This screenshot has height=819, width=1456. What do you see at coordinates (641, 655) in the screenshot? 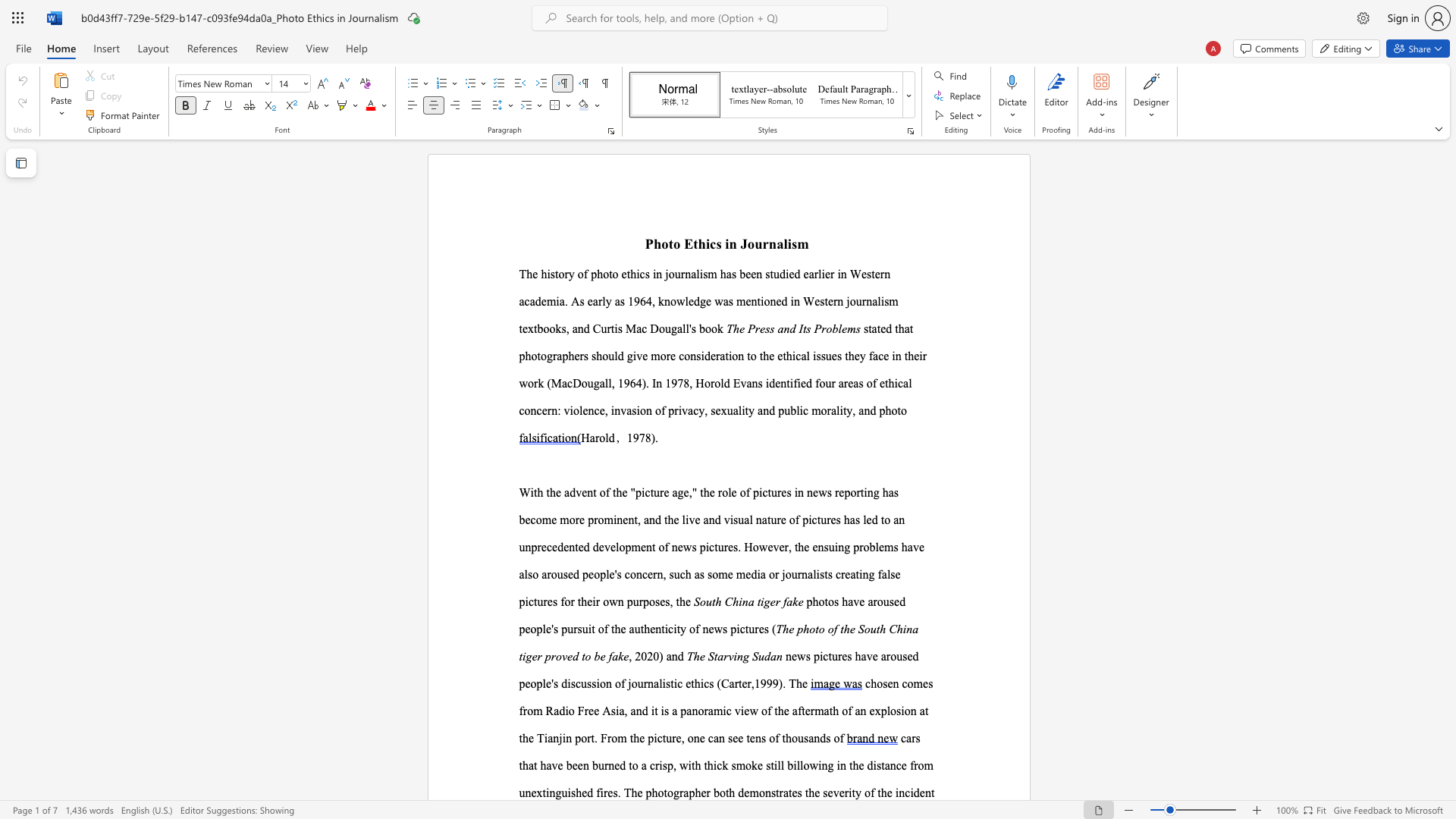
I see `the subset text "020) an" within the text ", 2020) and"` at bounding box center [641, 655].